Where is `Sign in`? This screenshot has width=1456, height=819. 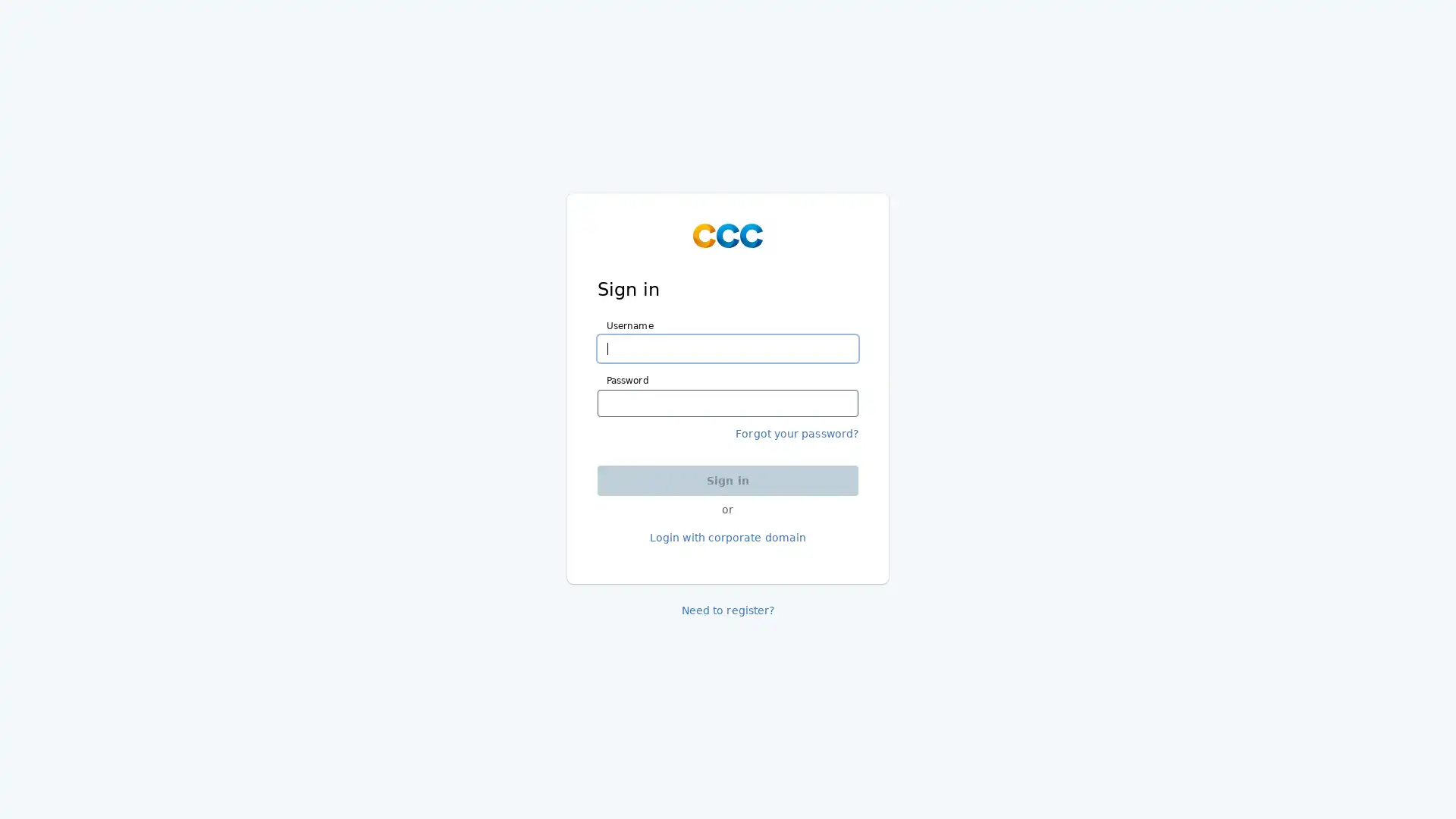
Sign in is located at coordinates (728, 479).